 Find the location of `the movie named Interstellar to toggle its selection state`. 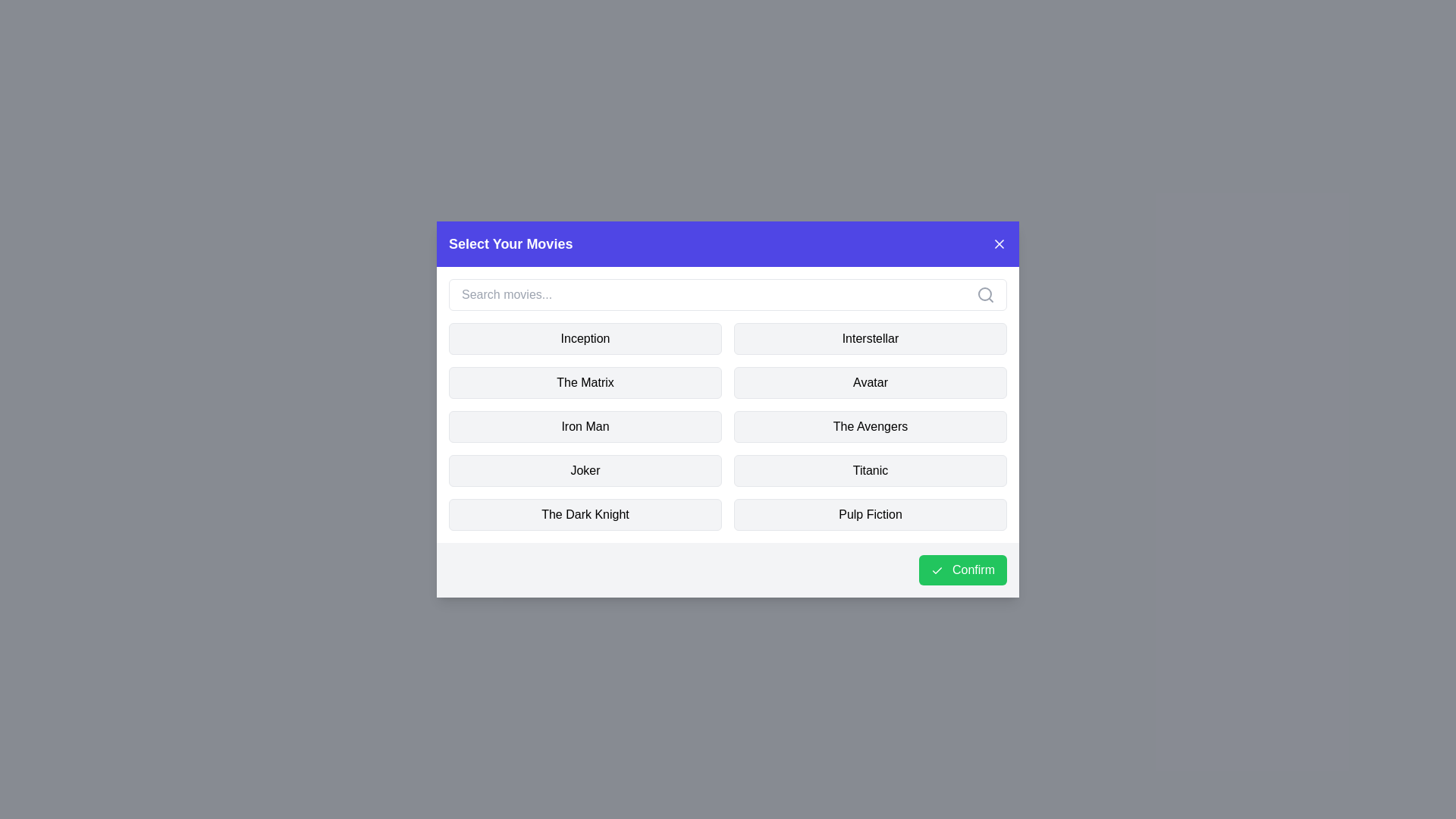

the movie named Interstellar to toggle its selection state is located at coordinates (870, 338).